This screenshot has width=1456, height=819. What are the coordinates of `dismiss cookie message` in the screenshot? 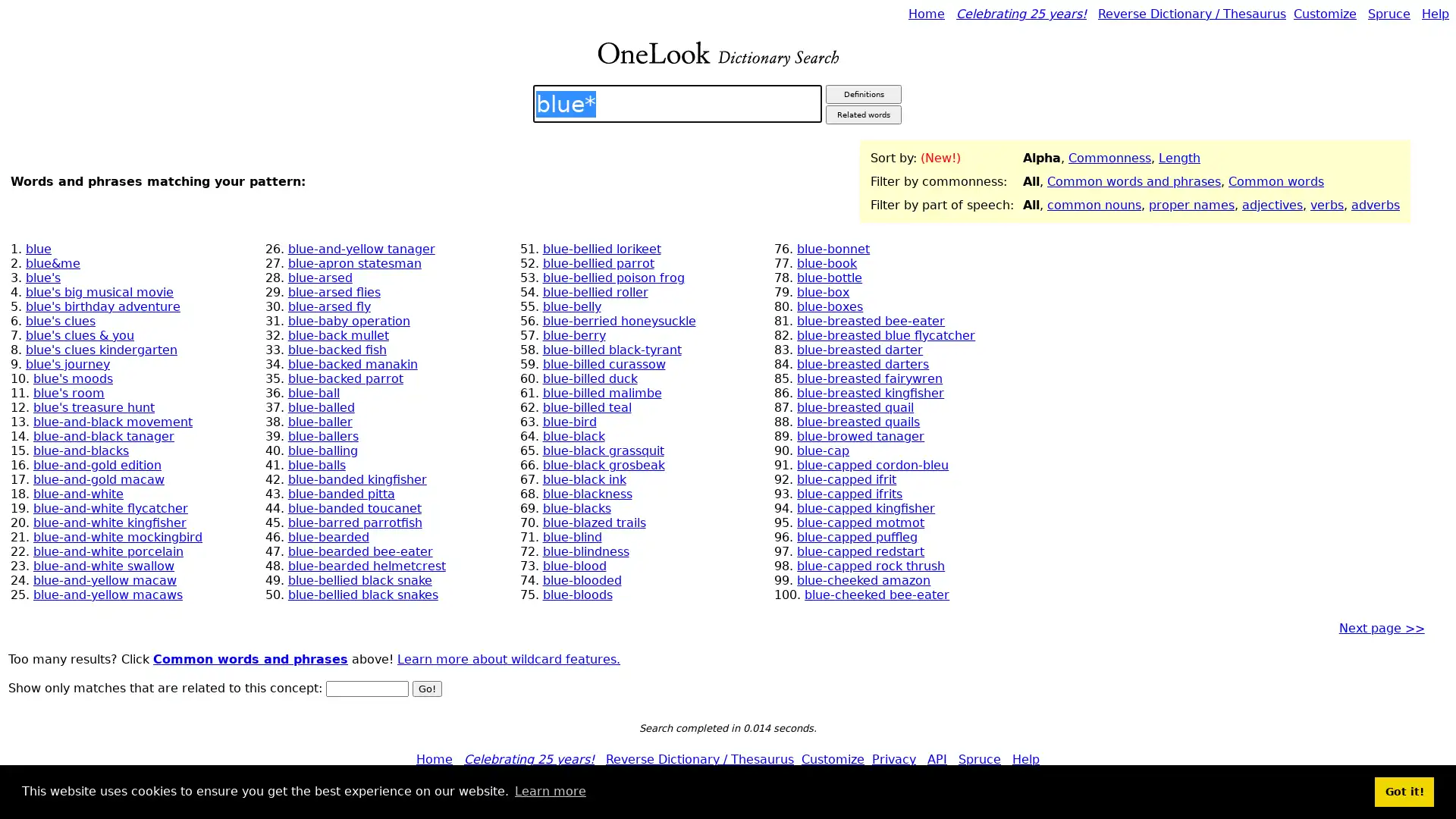 It's located at (1404, 791).